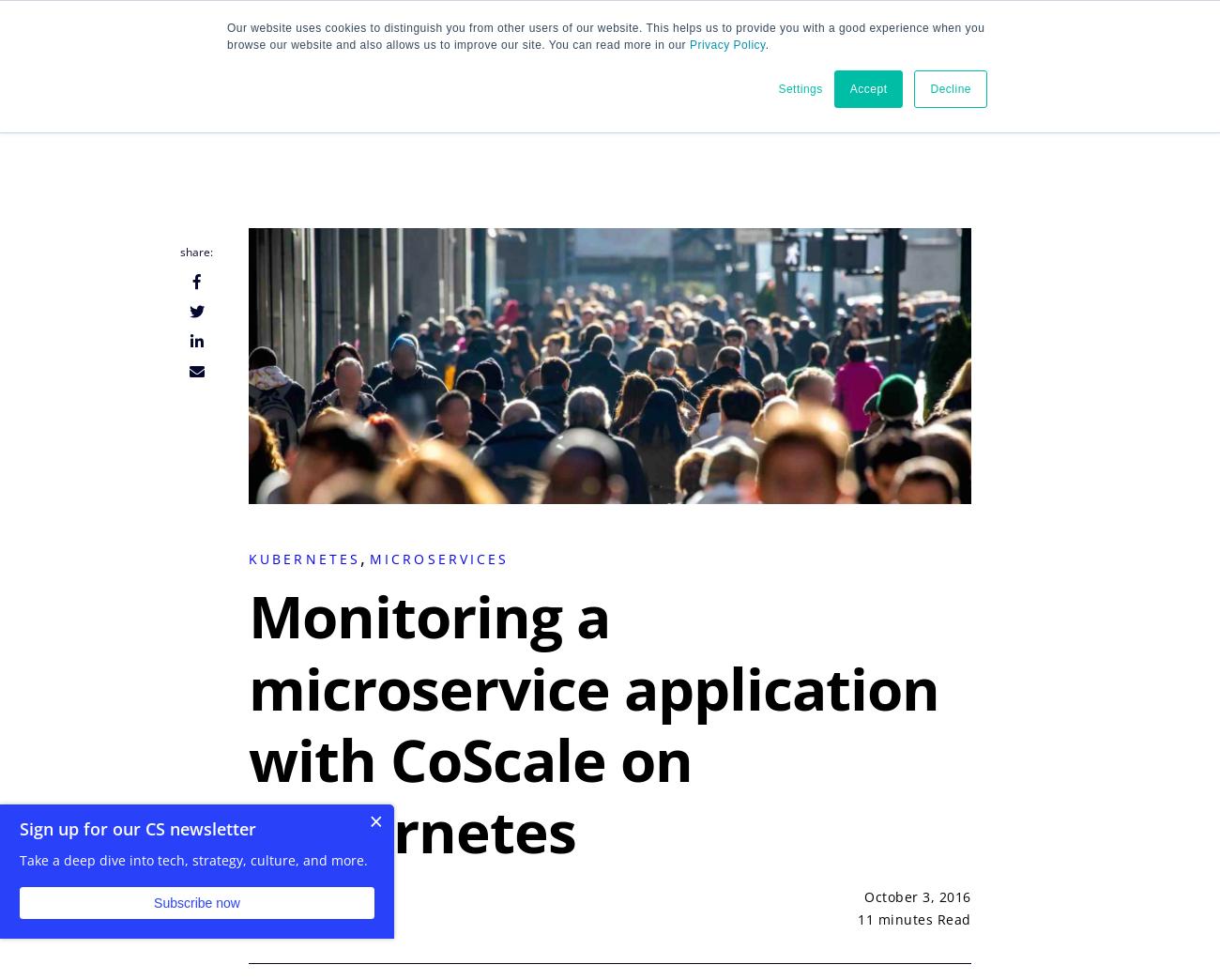  I want to click on 'and', so click(594, 19).